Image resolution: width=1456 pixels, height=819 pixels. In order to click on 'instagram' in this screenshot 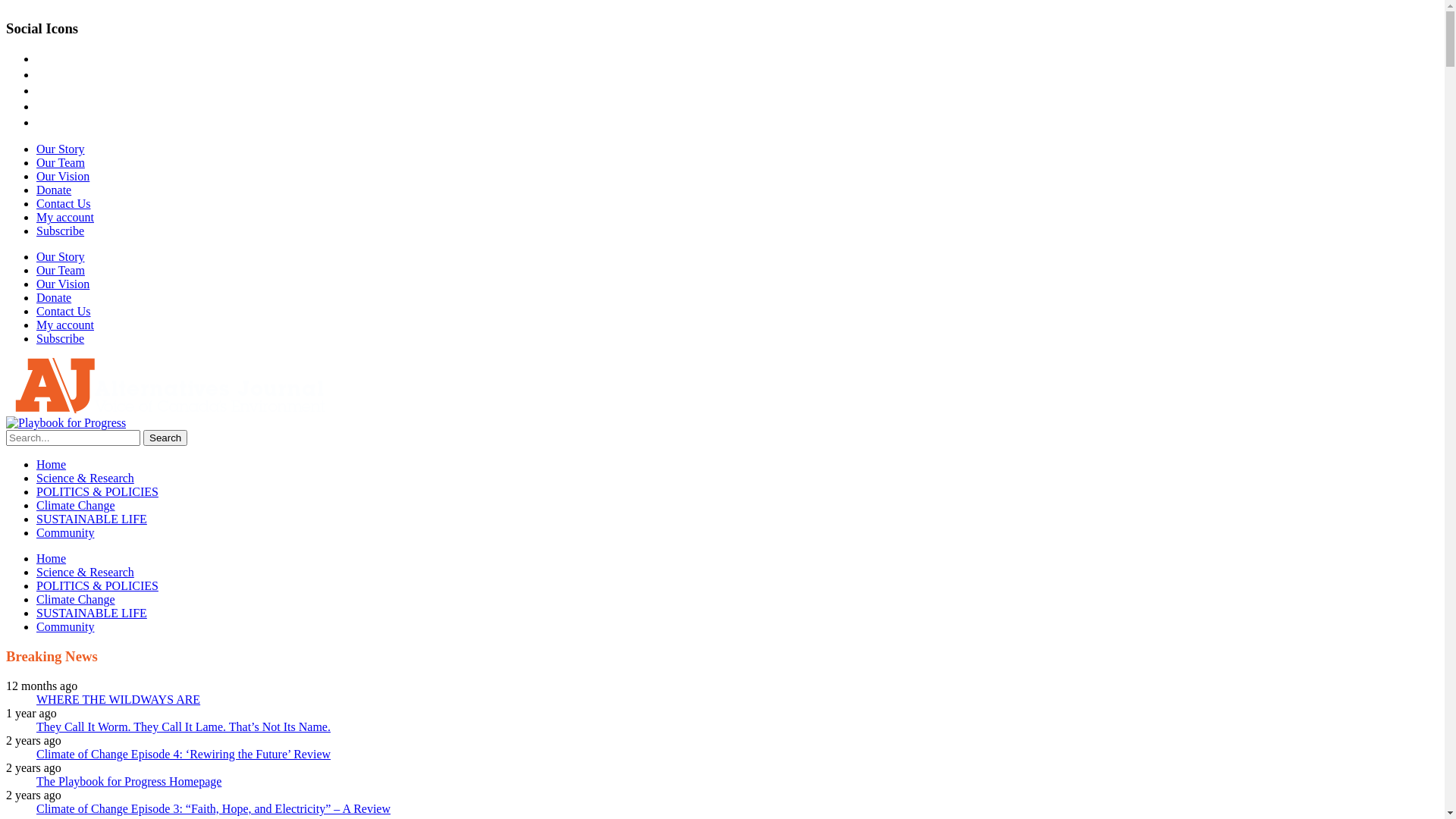, I will do `click(42, 74)`.